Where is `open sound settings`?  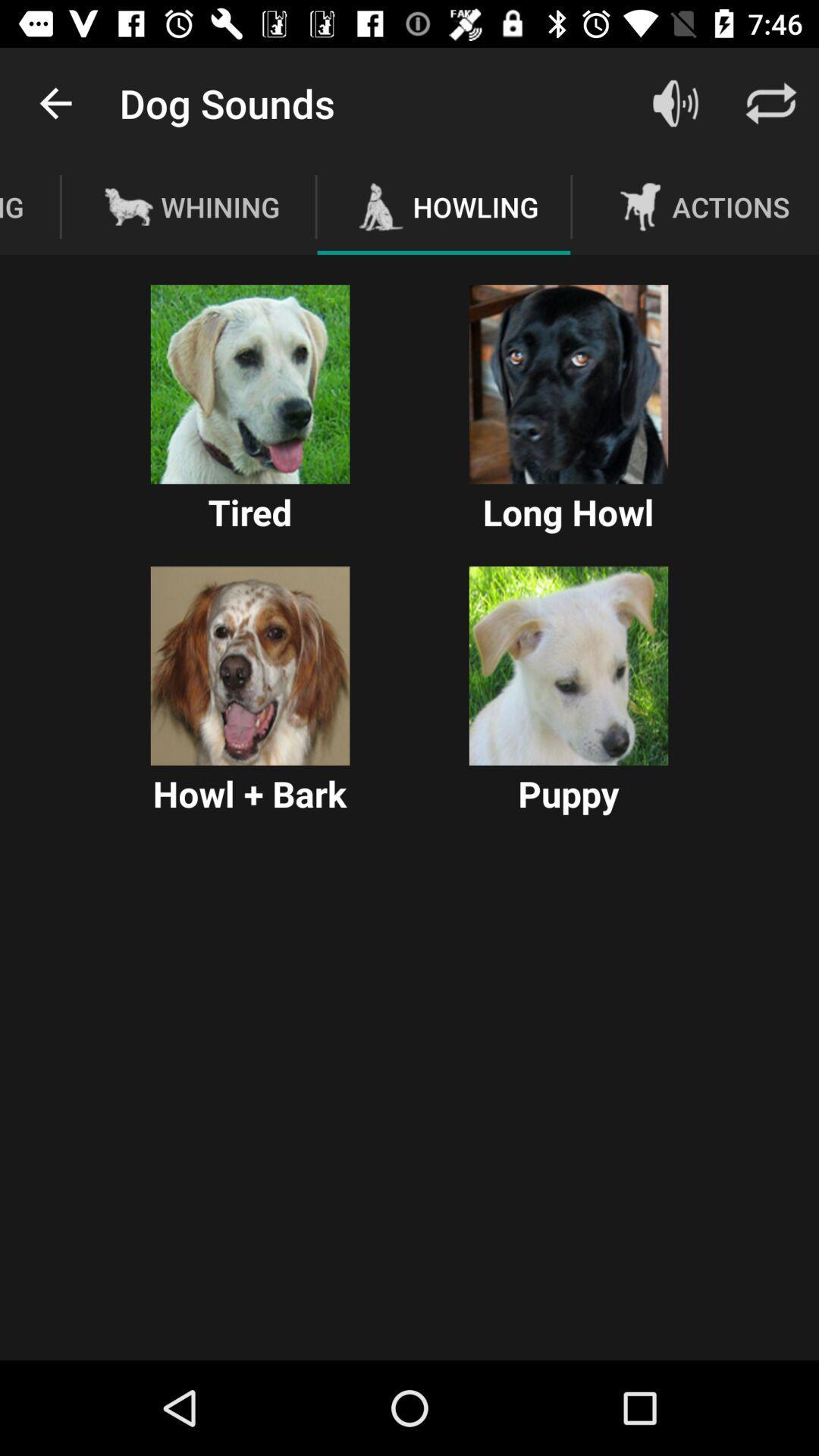 open sound settings is located at coordinates (675, 102).